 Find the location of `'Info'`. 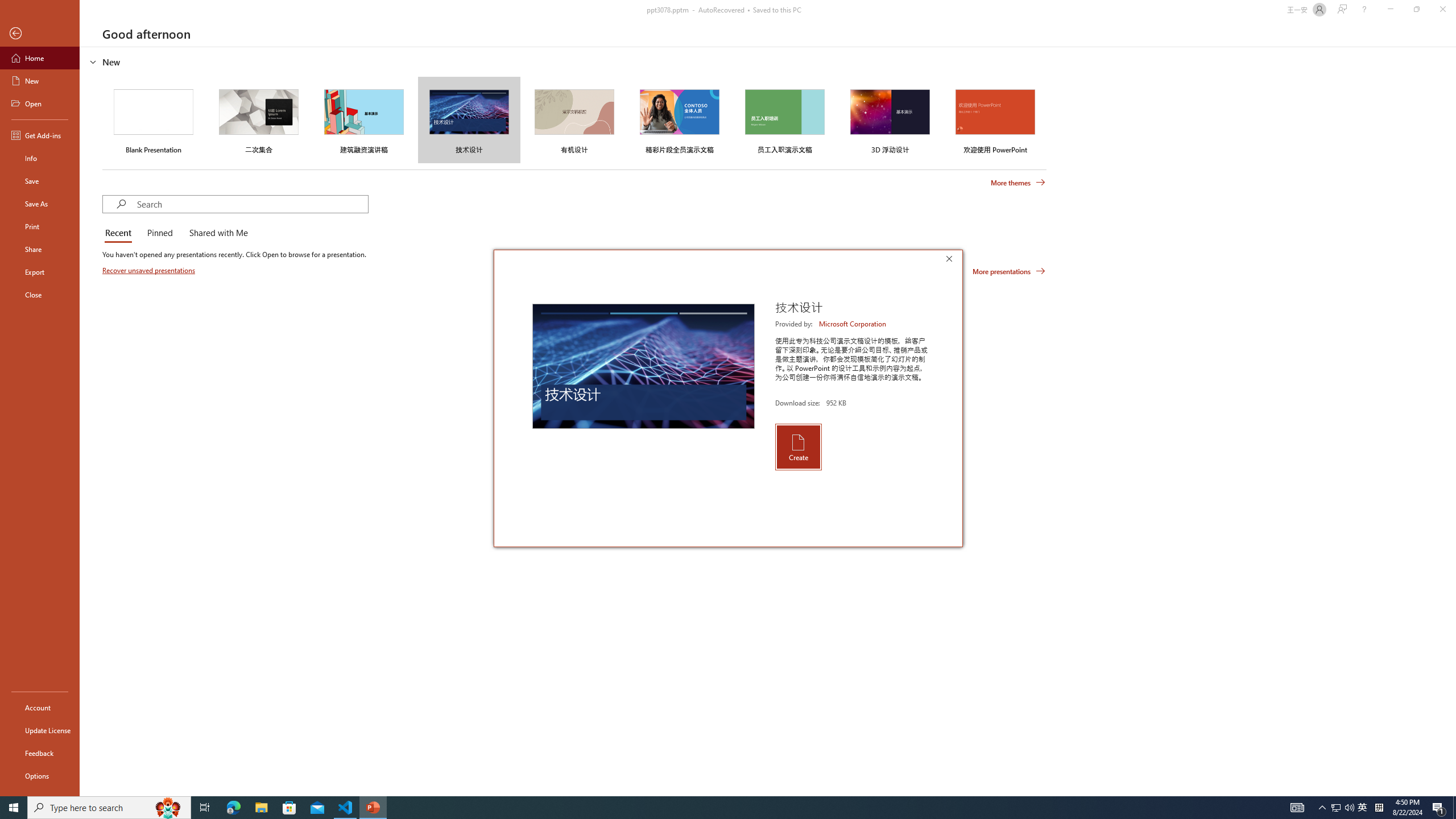

'Info' is located at coordinates (39, 157).